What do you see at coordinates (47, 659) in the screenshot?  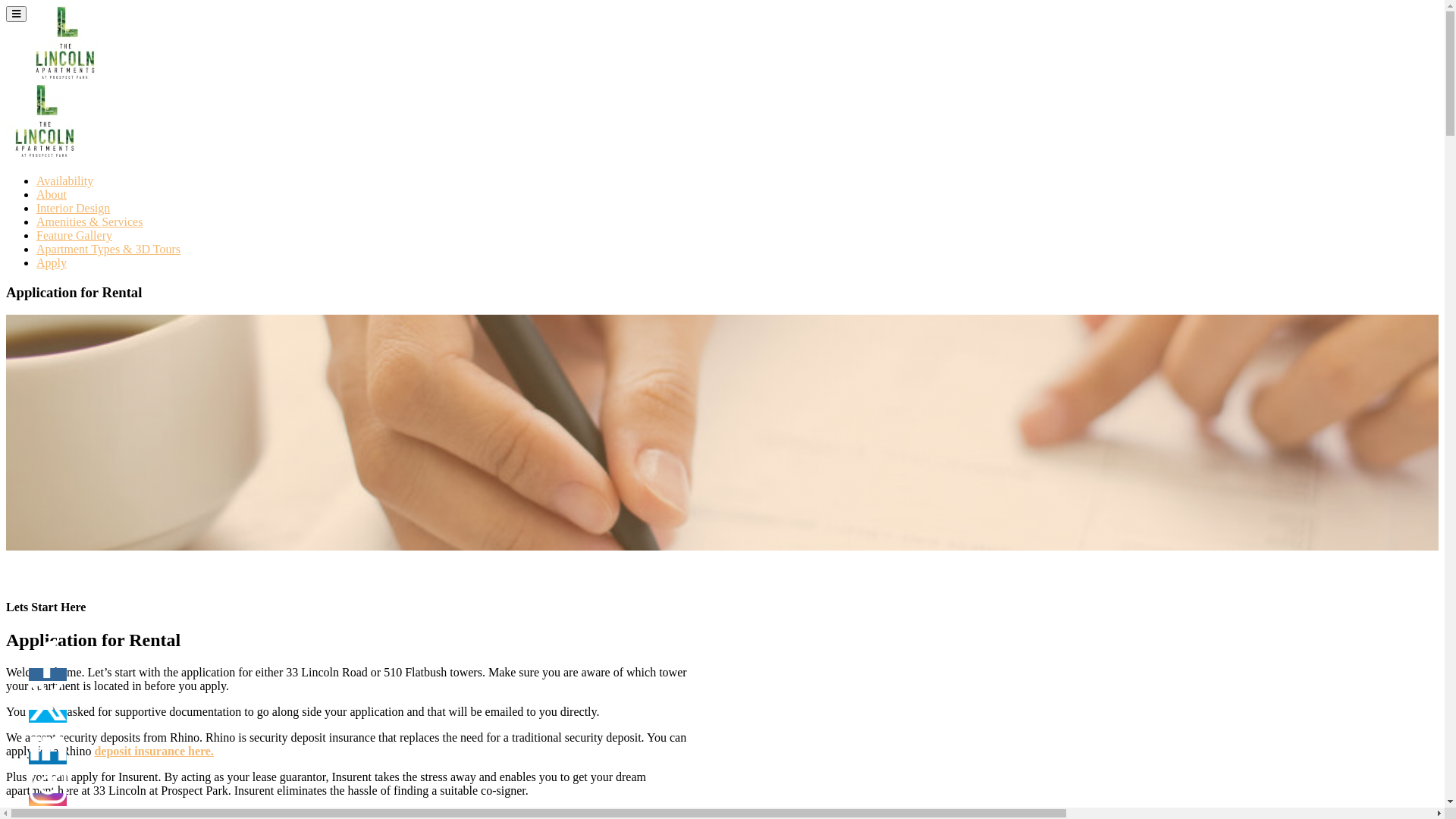 I see `'Facebook'` at bounding box center [47, 659].